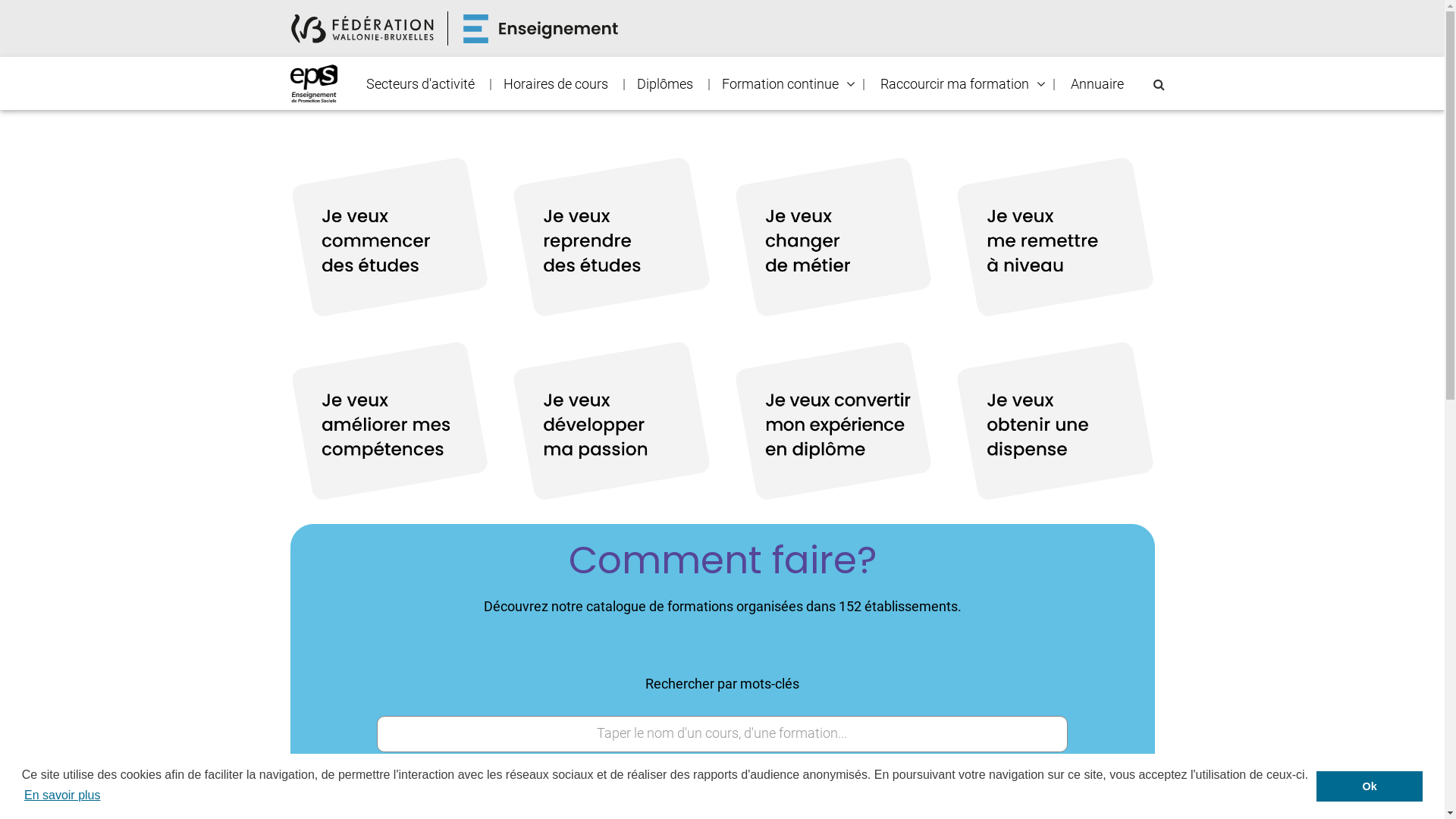 The width and height of the screenshot is (1456, 819). I want to click on 'Horaires de cours', so click(554, 84).